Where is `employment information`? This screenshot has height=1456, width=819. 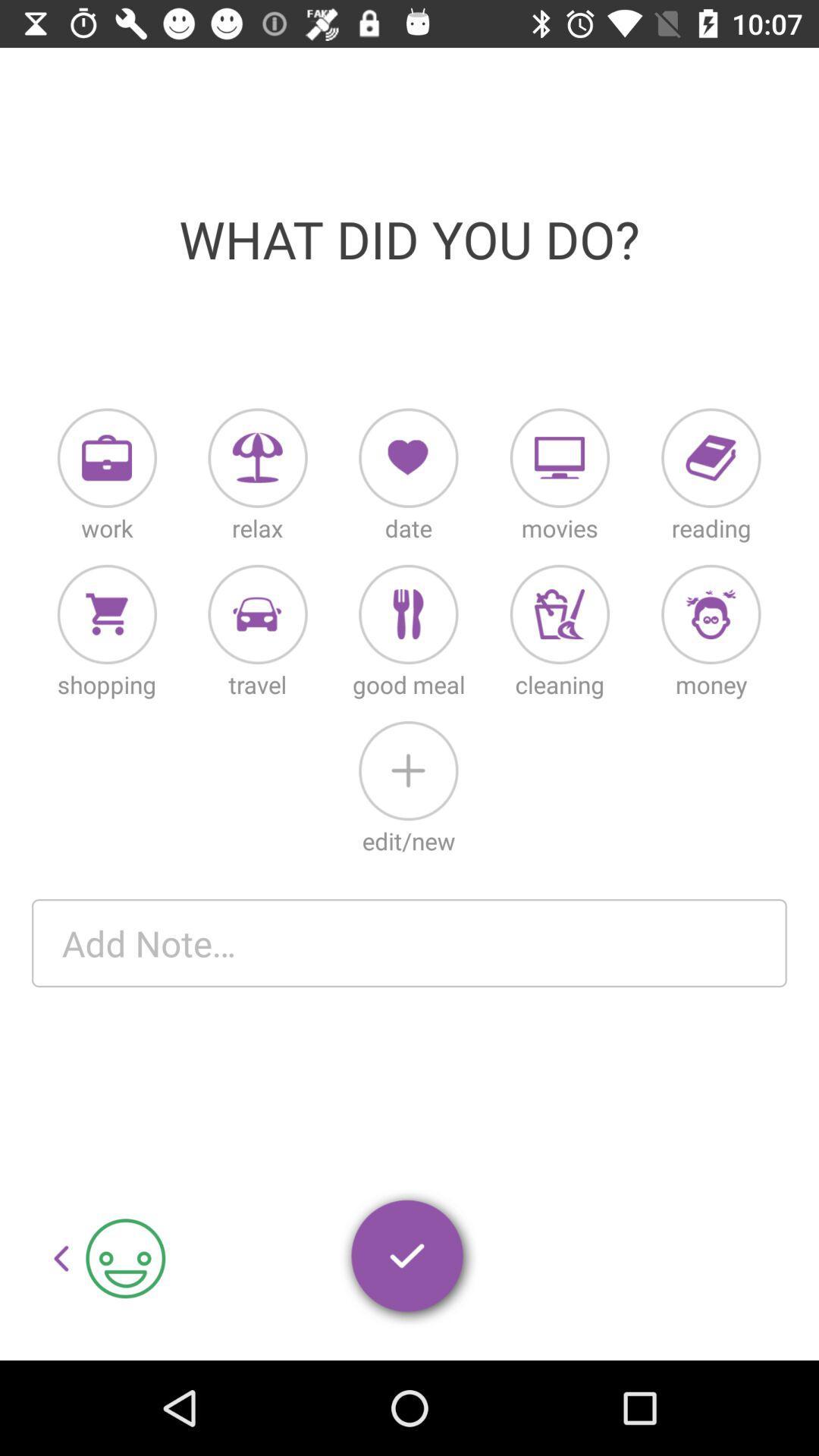
employment information is located at coordinates (106, 457).